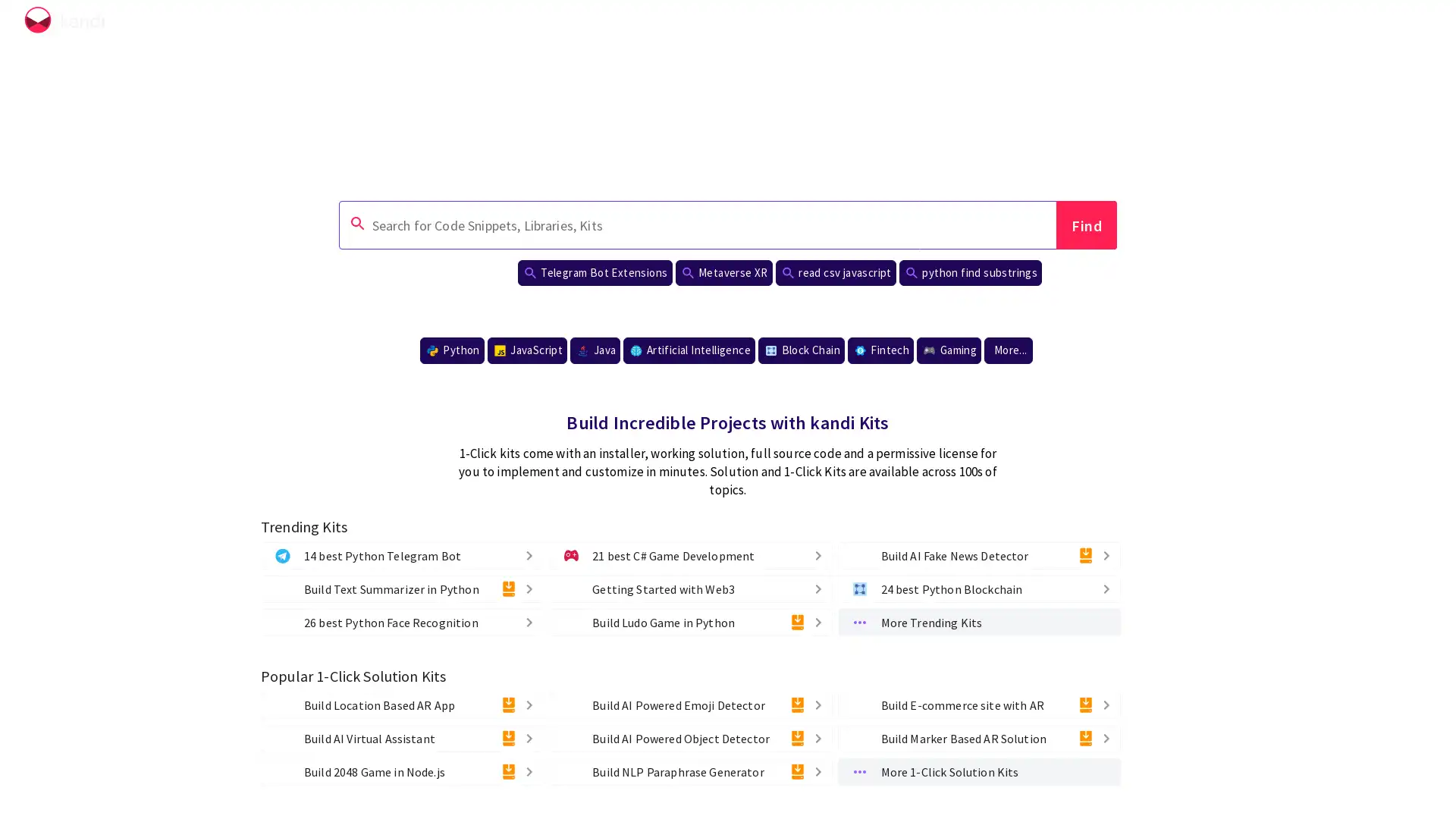 The image size is (1456, 819). What do you see at coordinates (689, 622) in the screenshot?
I see `ludo Build Ludo Game in Python` at bounding box center [689, 622].